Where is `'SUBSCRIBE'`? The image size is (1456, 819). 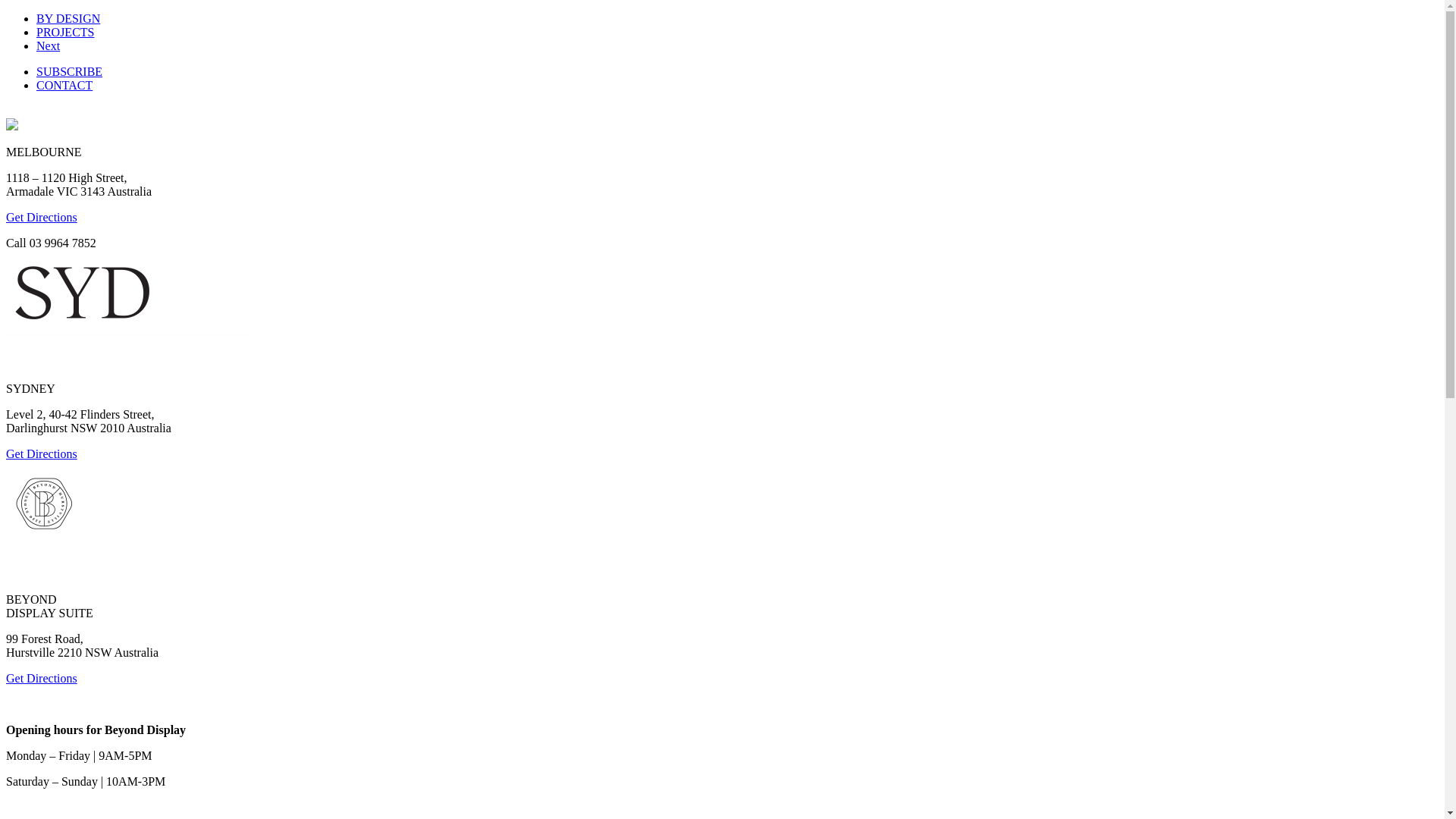
'SUBSCRIBE' is located at coordinates (68, 71).